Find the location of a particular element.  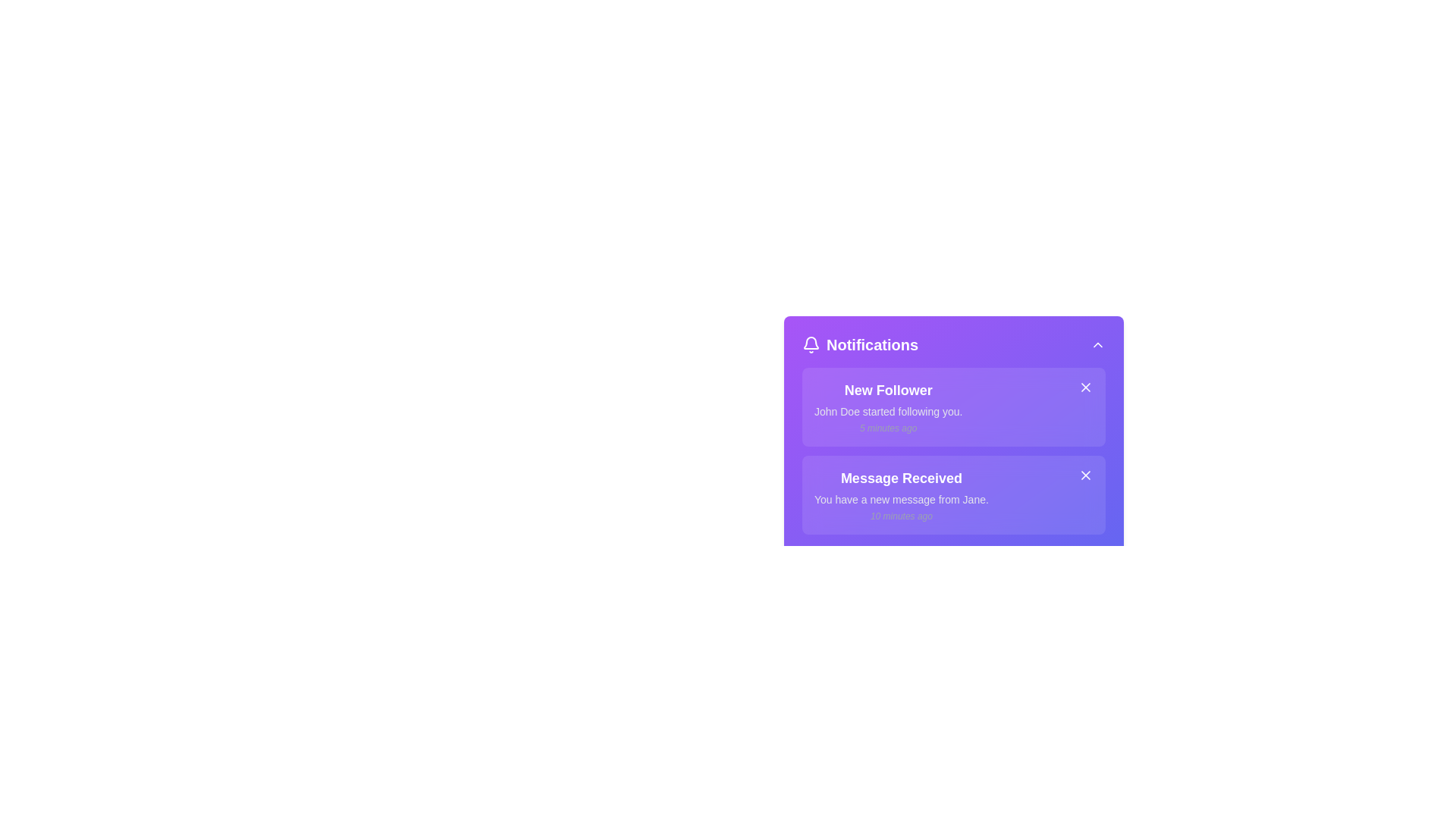

the close icon on the top-right corner of the 'Message Received' notification block is located at coordinates (1084, 475).